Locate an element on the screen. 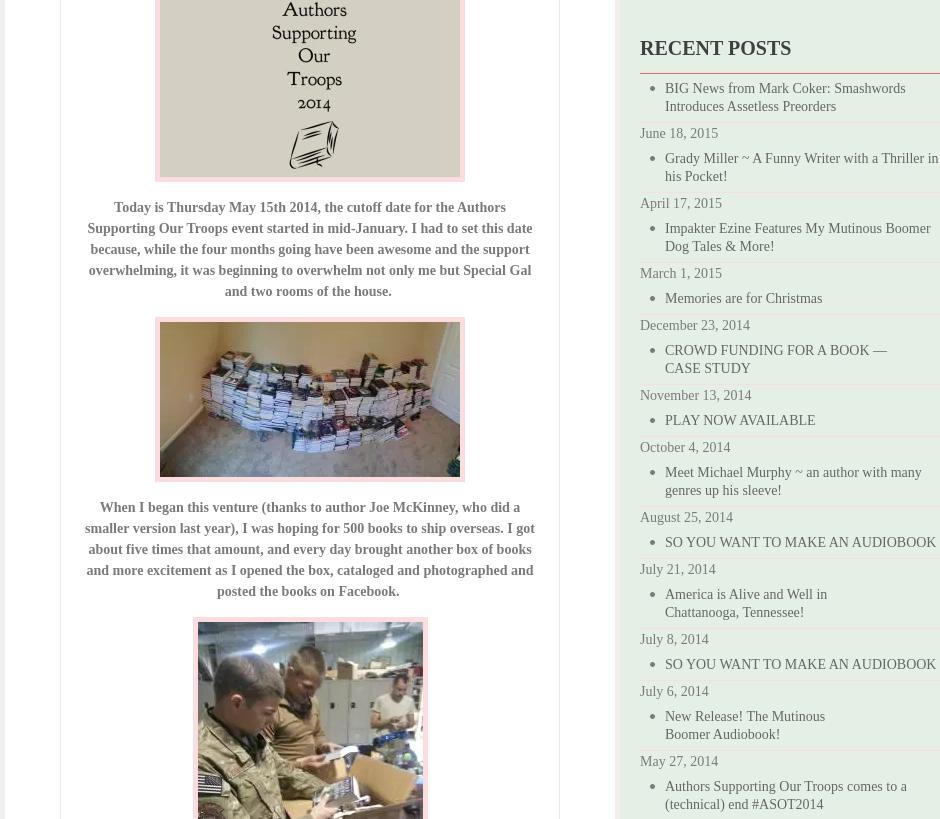  'October 4, 2014' is located at coordinates (683, 447).